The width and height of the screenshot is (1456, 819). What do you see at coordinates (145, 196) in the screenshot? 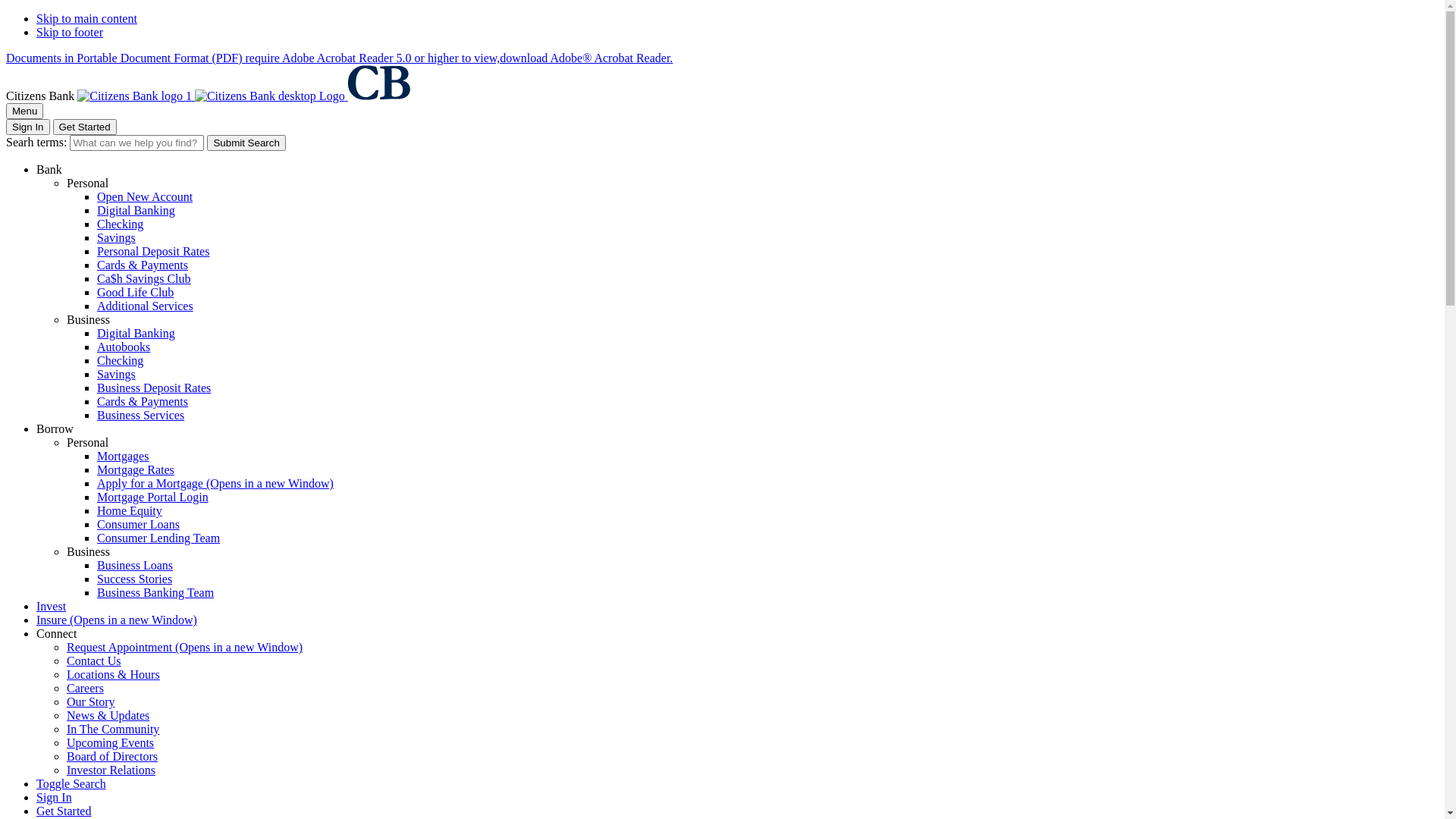
I see `'Open New Account'` at bounding box center [145, 196].